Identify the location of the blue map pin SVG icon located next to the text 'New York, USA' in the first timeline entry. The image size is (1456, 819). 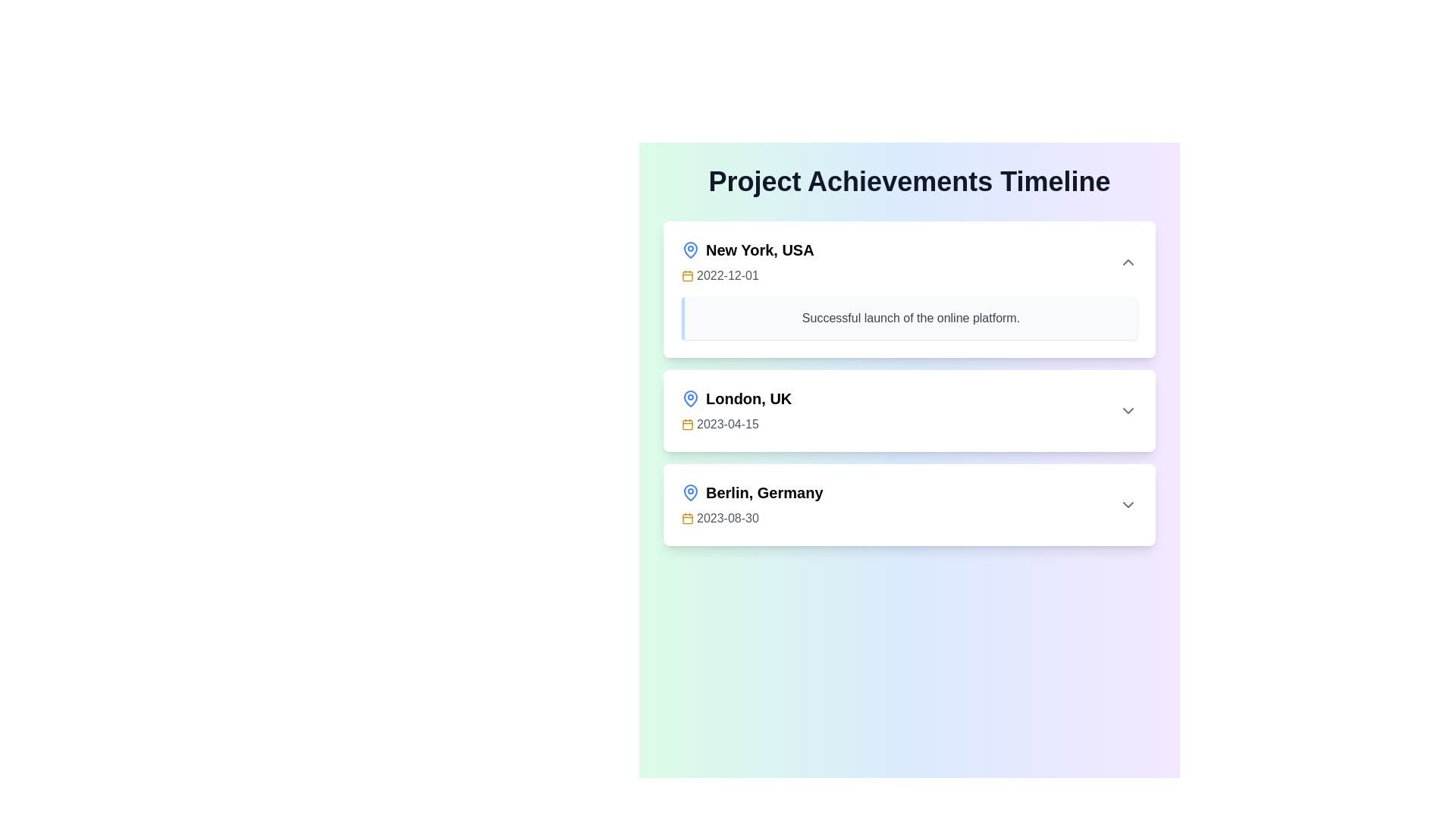
(690, 249).